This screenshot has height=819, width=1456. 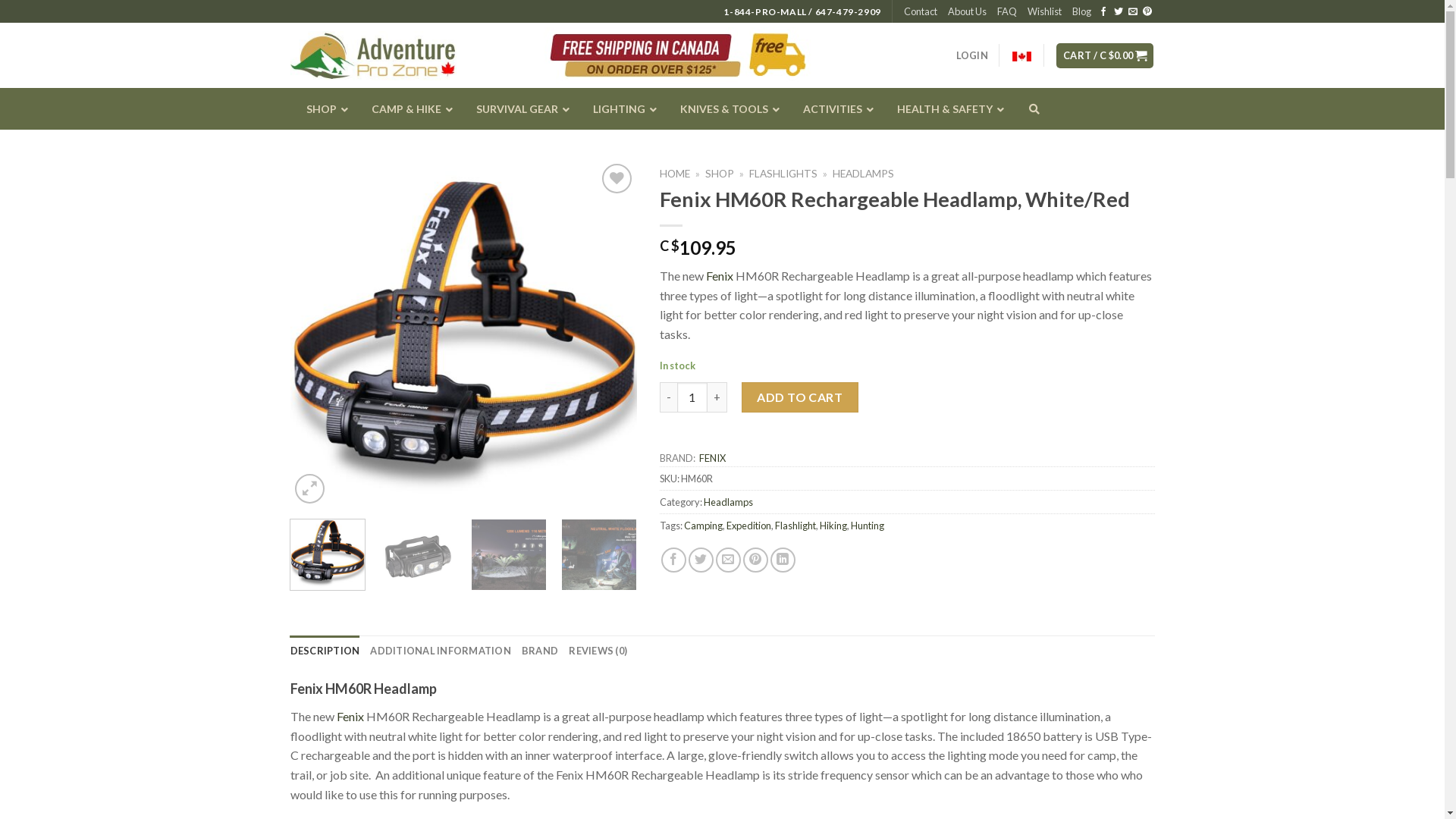 I want to click on 'Follow on Pinterest', so click(x=1147, y=11).